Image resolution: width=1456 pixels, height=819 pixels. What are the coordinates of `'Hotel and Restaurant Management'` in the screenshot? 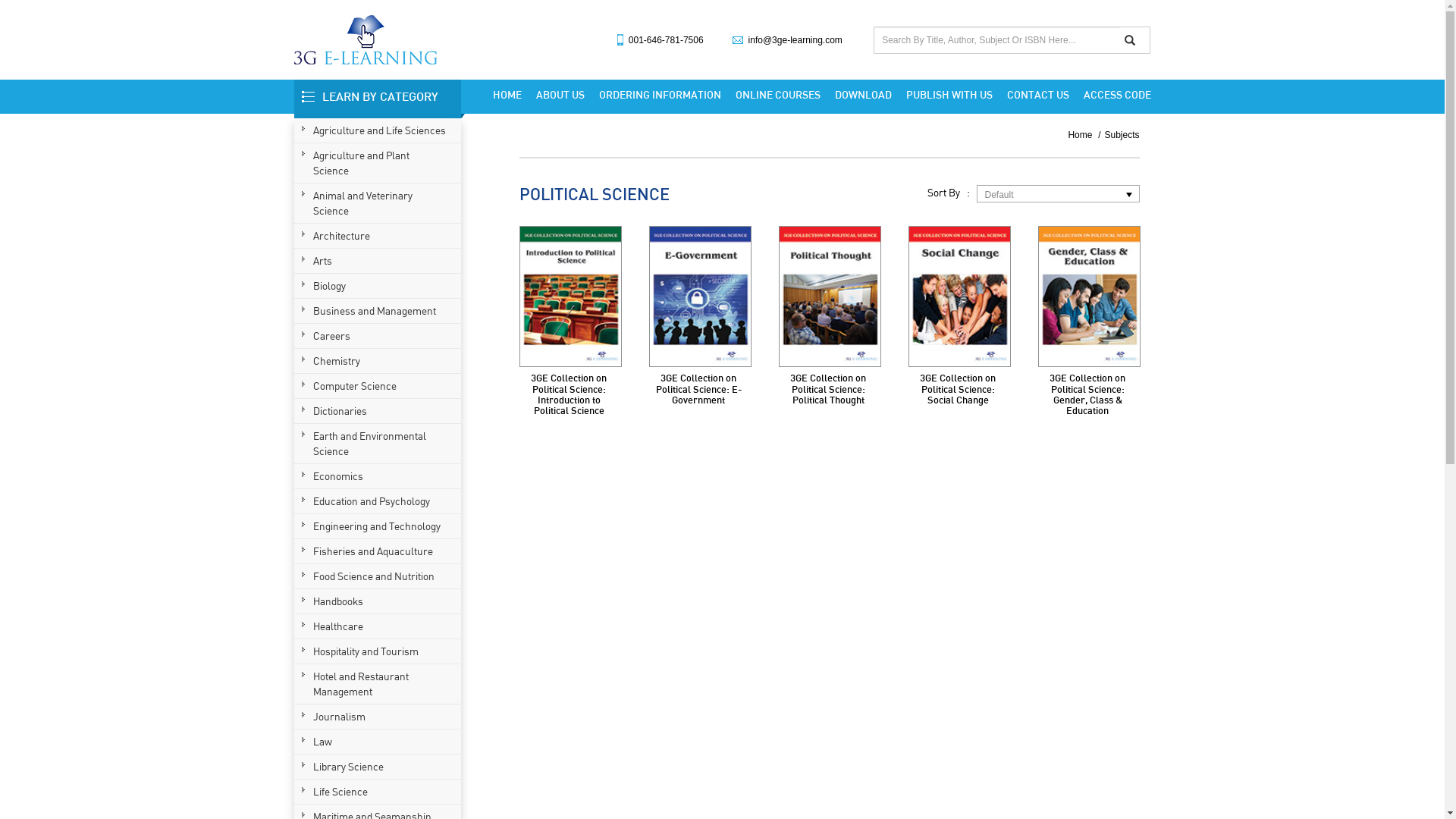 It's located at (378, 684).